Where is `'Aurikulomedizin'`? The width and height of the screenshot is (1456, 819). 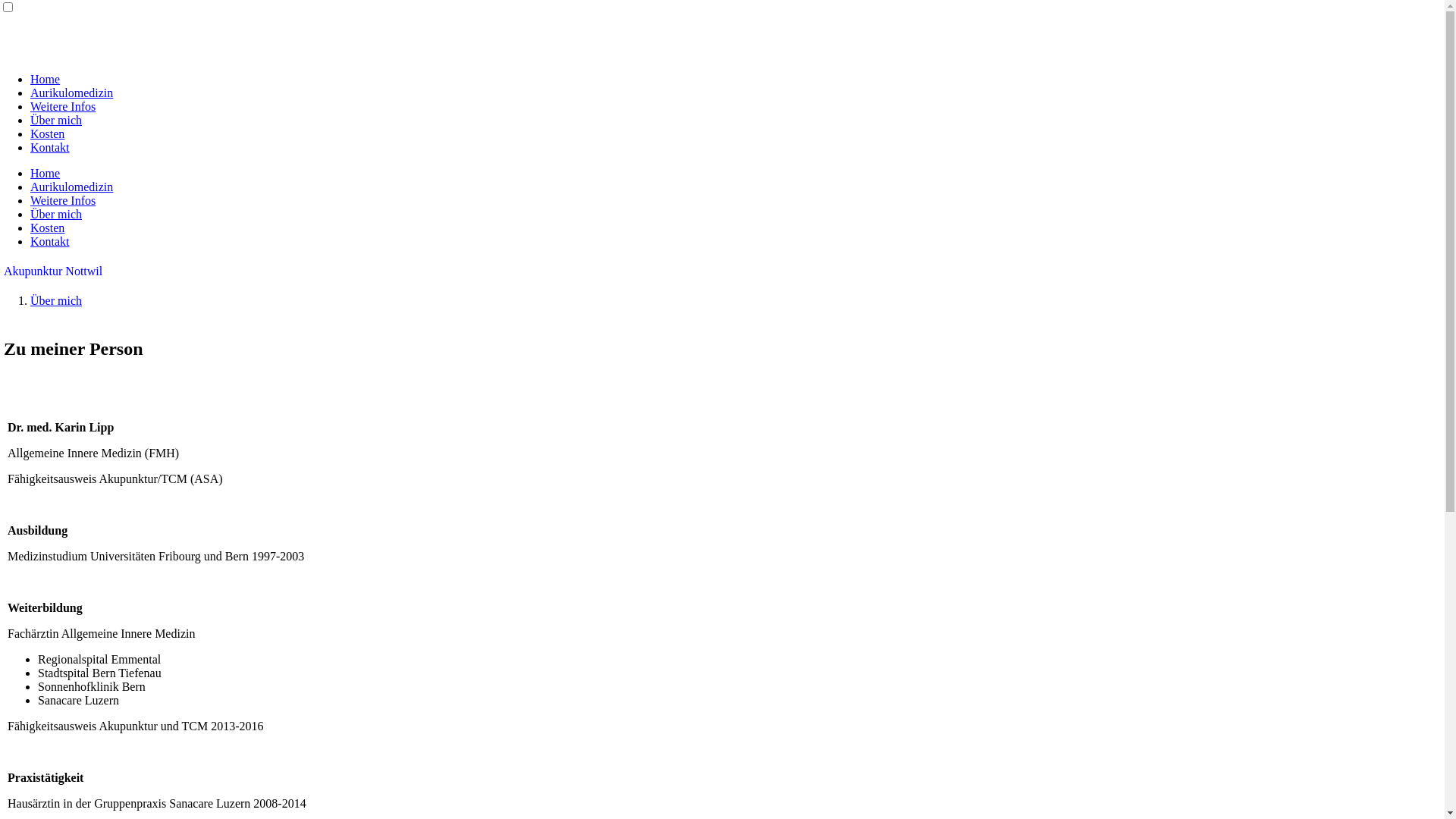
'Aurikulomedizin' is located at coordinates (71, 93).